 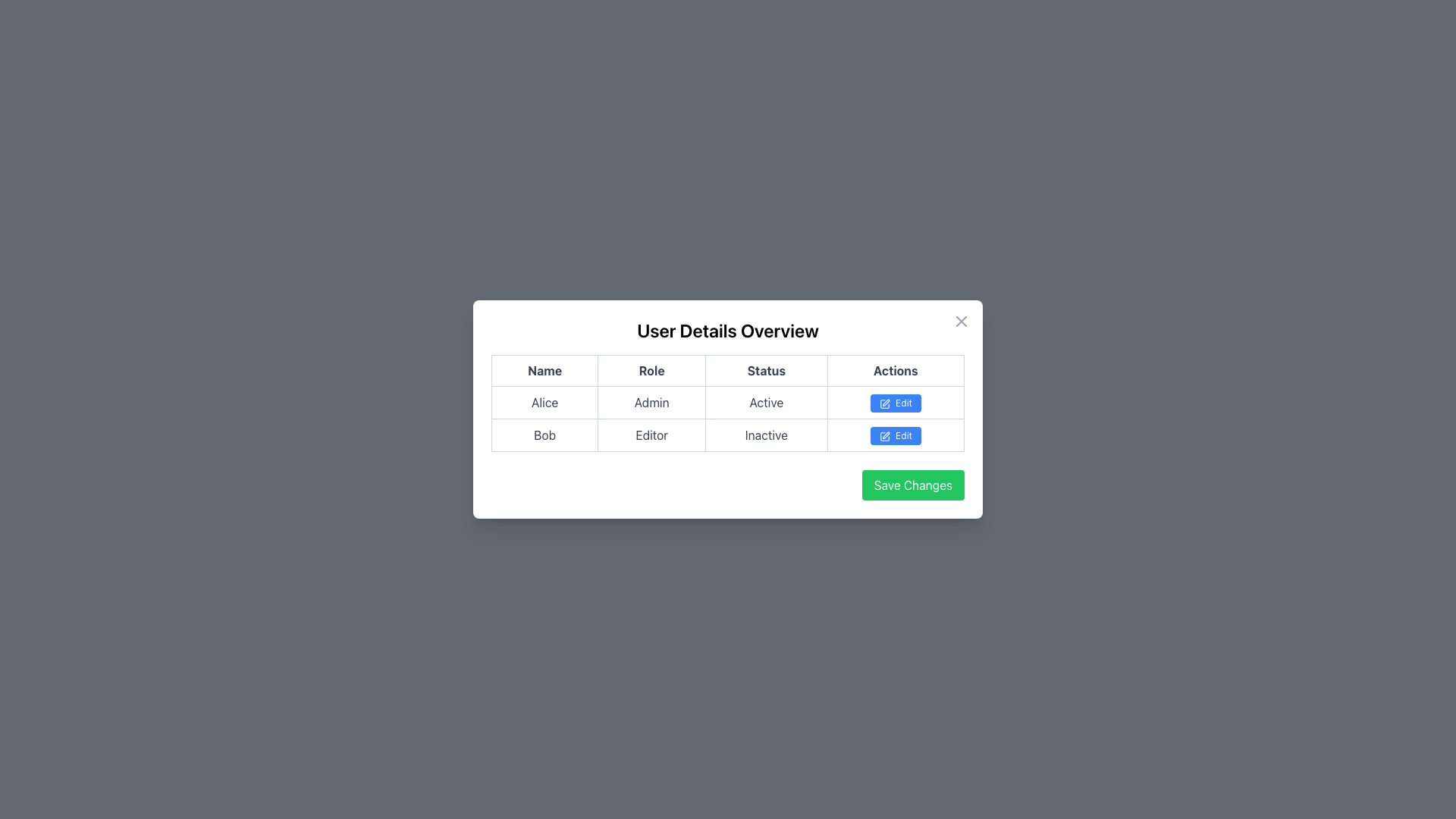 I want to click on the 'Name' column header, so click(x=544, y=371).